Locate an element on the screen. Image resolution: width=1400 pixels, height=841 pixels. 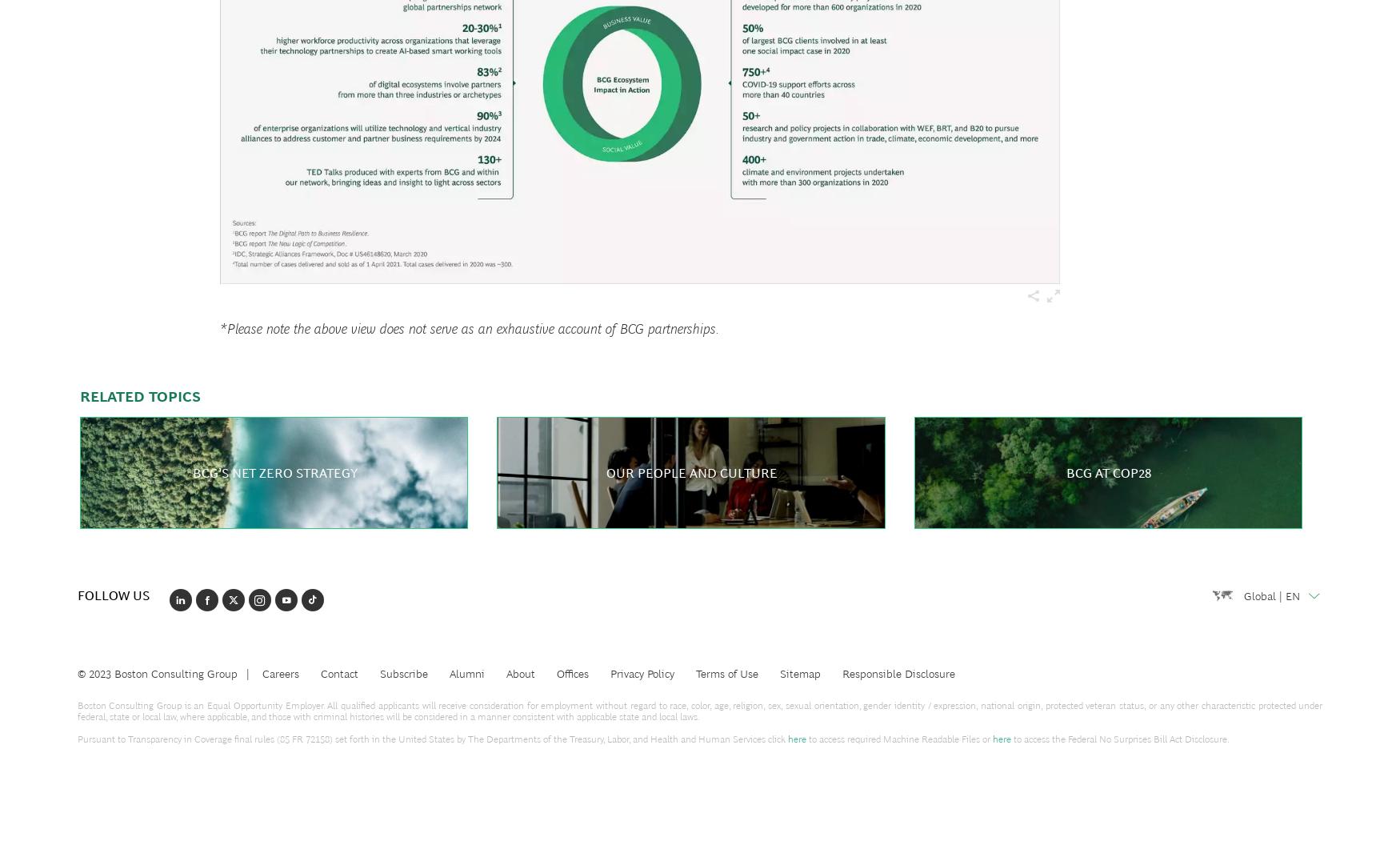
'*Please note the above view does not serve as an exhaustive account of BCG partnerships.' is located at coordinates (470, 329).